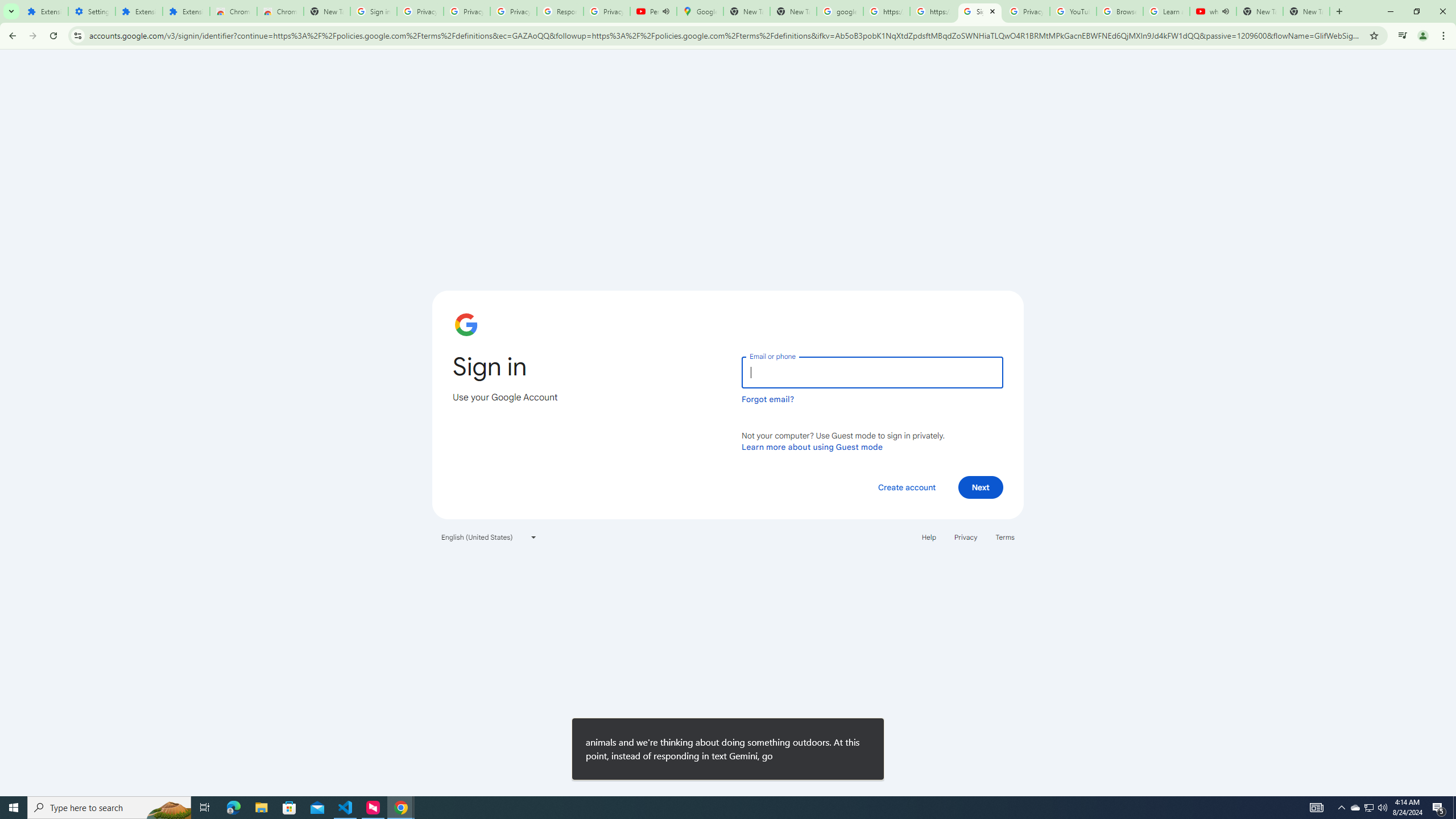 Image resolution: width=1456 pixels, height=819 pixels. Describe the element at coordinates (886, 11) in the screenshot. I see `'https://scholar.google.com/'` at that location.